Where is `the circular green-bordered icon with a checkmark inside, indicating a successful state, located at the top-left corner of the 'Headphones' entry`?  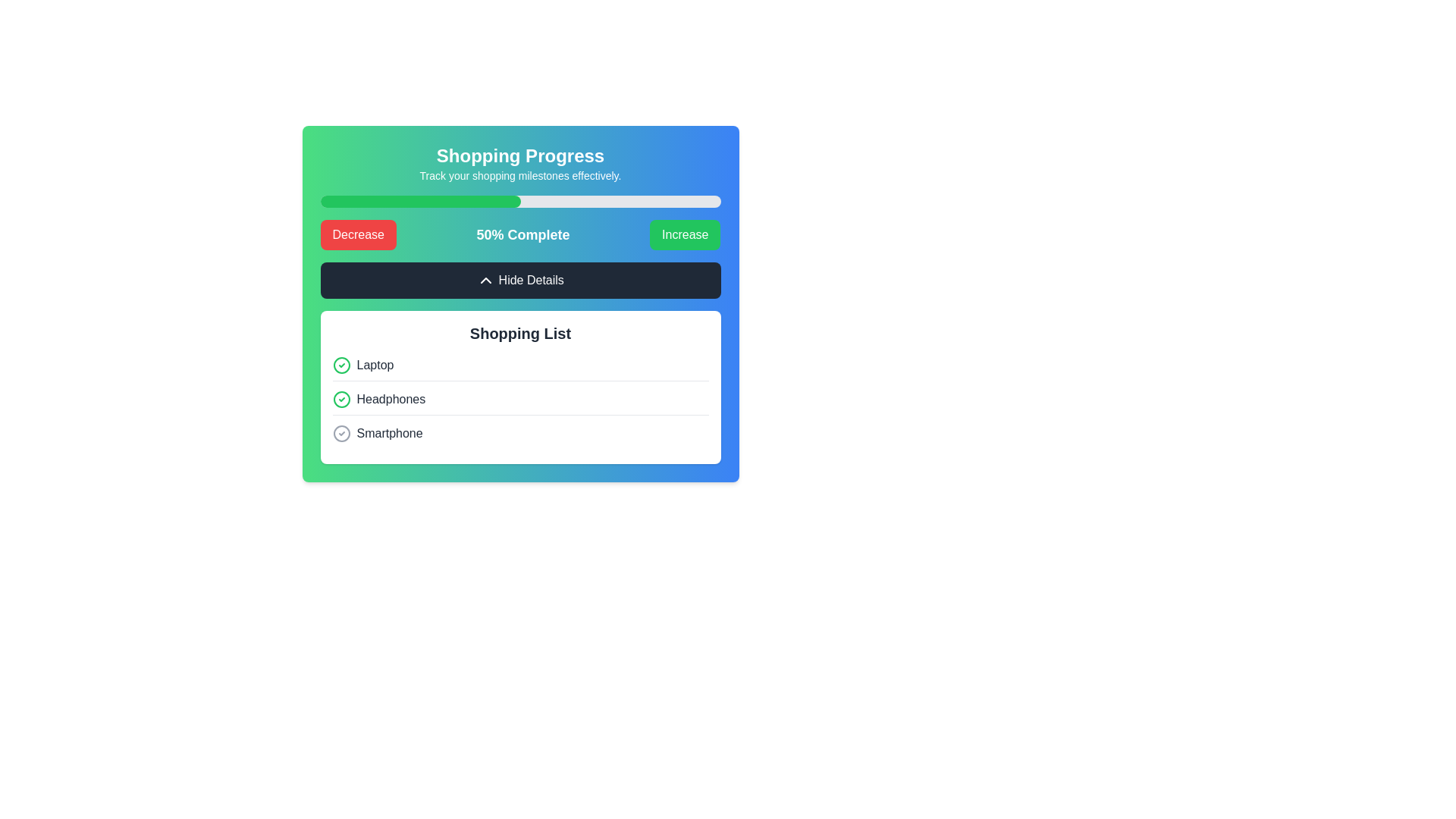 the circular green-bordered icon with a checkmark inside, indicating a successful state, located at the top-left corner of the 'Headphones' entry is located at coordinates (340, 399).